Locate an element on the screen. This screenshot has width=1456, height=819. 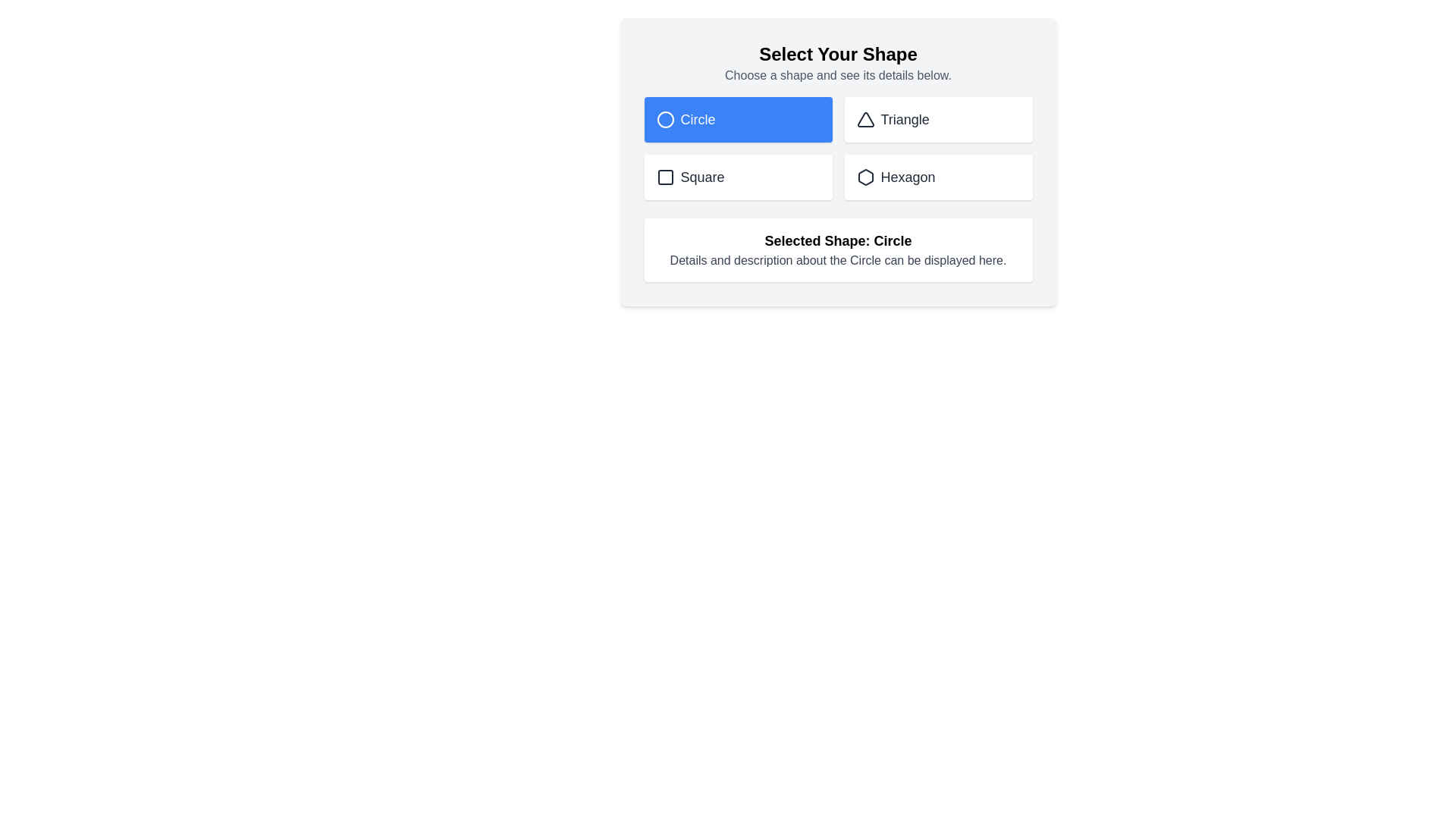
the text label that indicates the 'Triangle' shape option, which is positioned slightly to the right of a triangle icon in the top section of the interface is located at coordinates (905, 119).